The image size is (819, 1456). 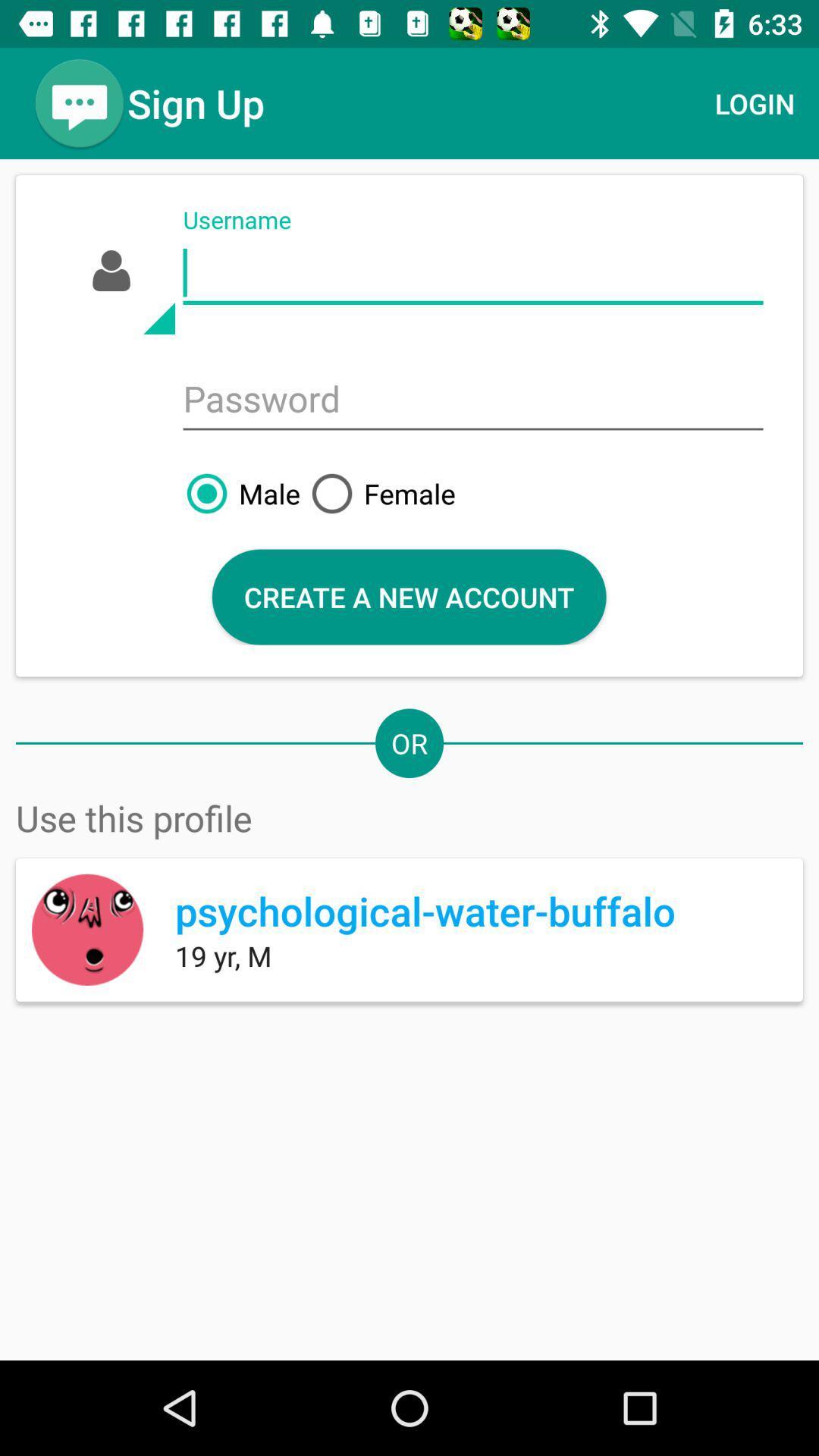 What do you see at coordinates (472, 400) in the screenshot?
I see `password field` at bounding box center [472, 400].